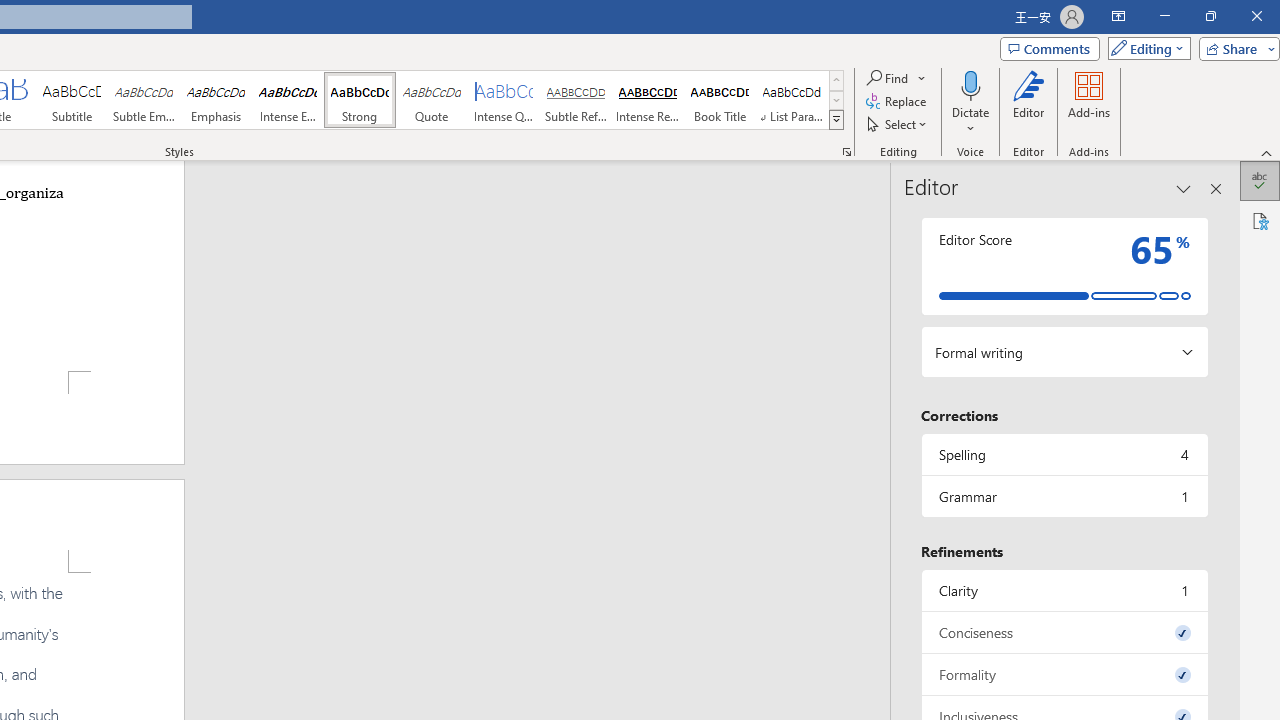 The width and height of the screenshot is (1280, 720). Describe the element at coordinates (1063, 674) in the screenshot. I see `'Formality, 0 issues. Press space or enter to review items.'` at that location.